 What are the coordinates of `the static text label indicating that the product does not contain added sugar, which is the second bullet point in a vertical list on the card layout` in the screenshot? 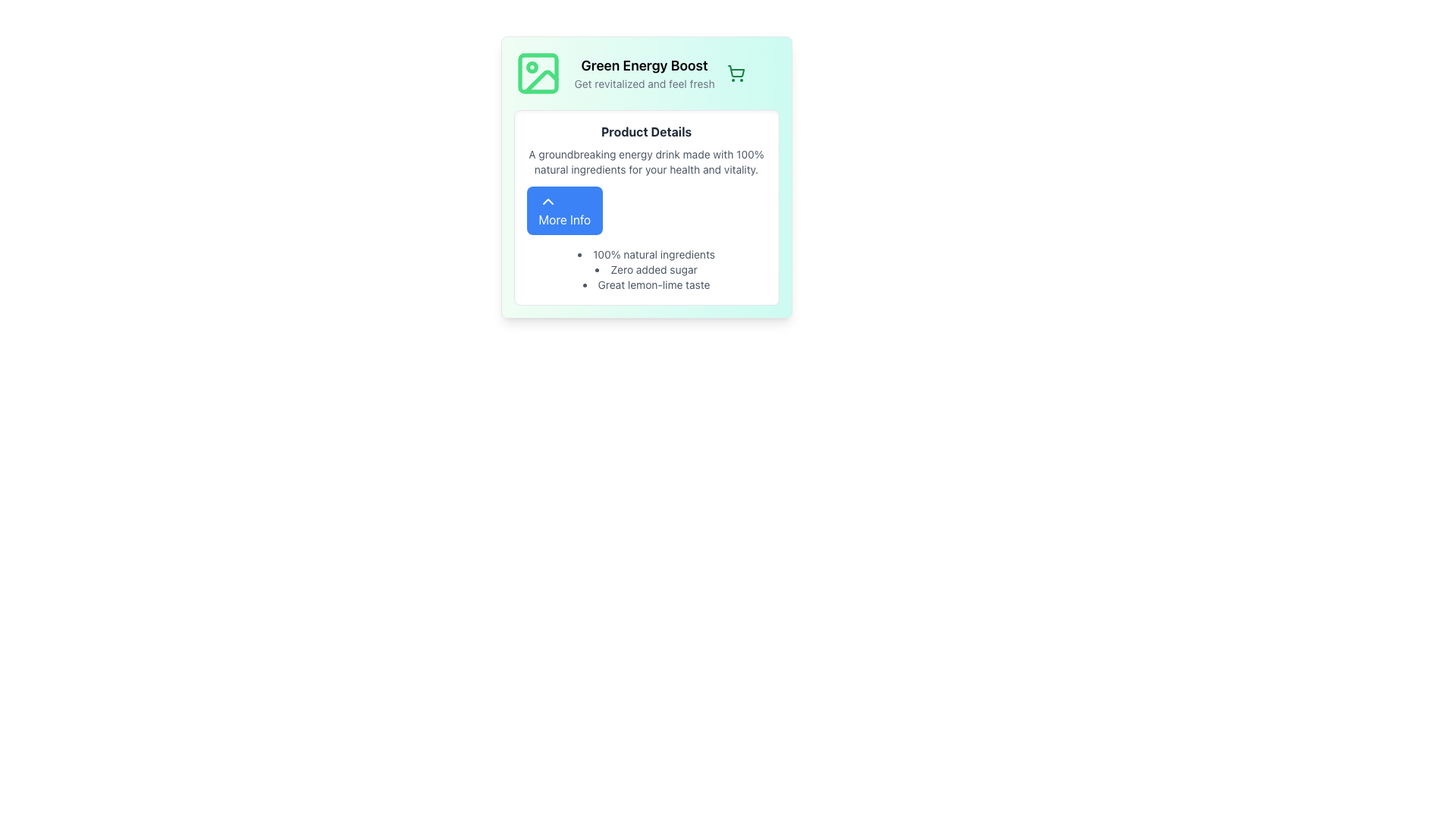 It's located at (646, 268).